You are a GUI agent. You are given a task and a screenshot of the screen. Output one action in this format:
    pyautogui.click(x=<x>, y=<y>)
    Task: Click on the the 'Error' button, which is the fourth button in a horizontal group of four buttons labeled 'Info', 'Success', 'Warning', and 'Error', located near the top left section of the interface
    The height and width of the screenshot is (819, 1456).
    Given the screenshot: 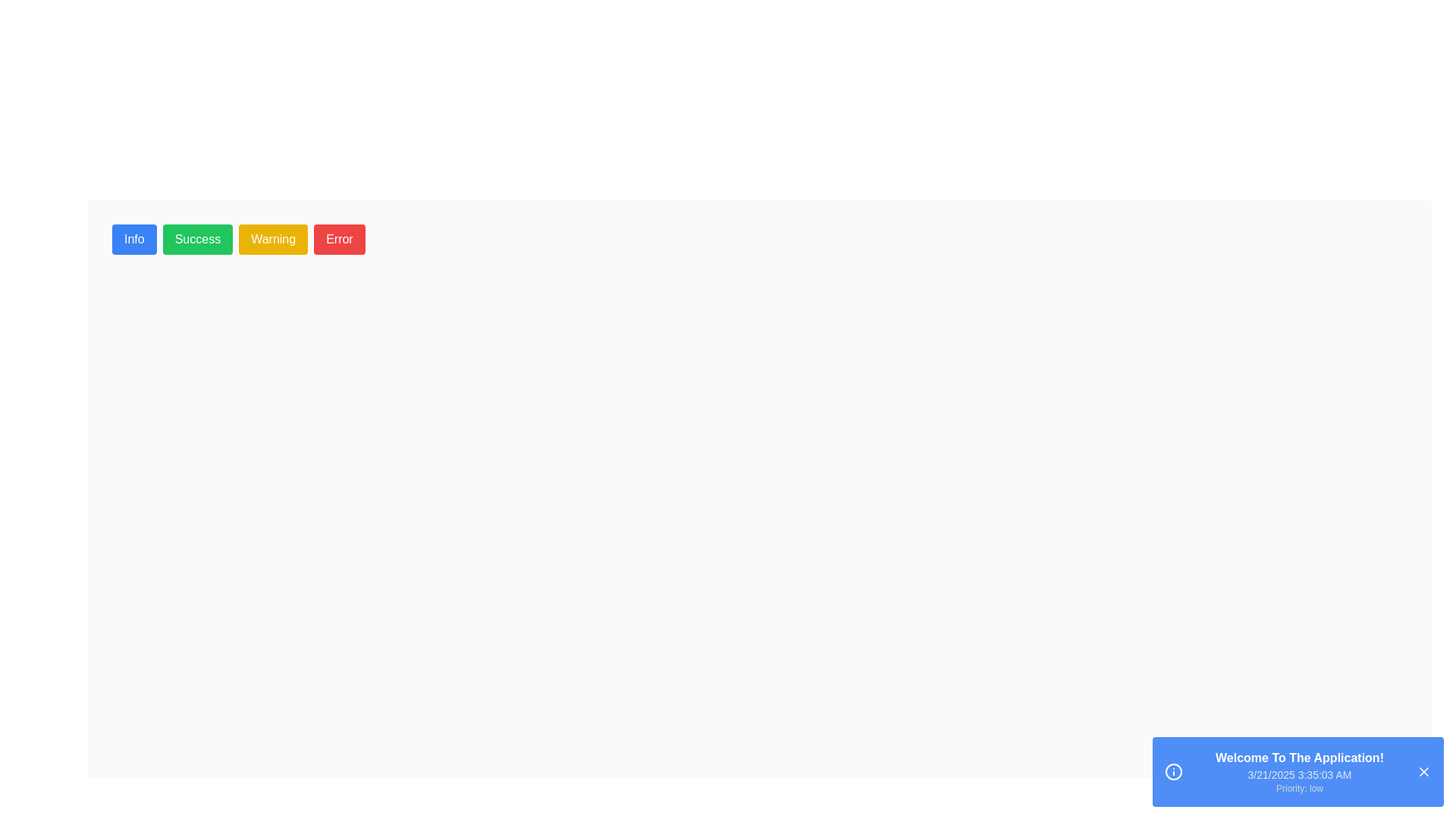 What is the action you would take?
    pyautogui.click(x=338, y=239)
    